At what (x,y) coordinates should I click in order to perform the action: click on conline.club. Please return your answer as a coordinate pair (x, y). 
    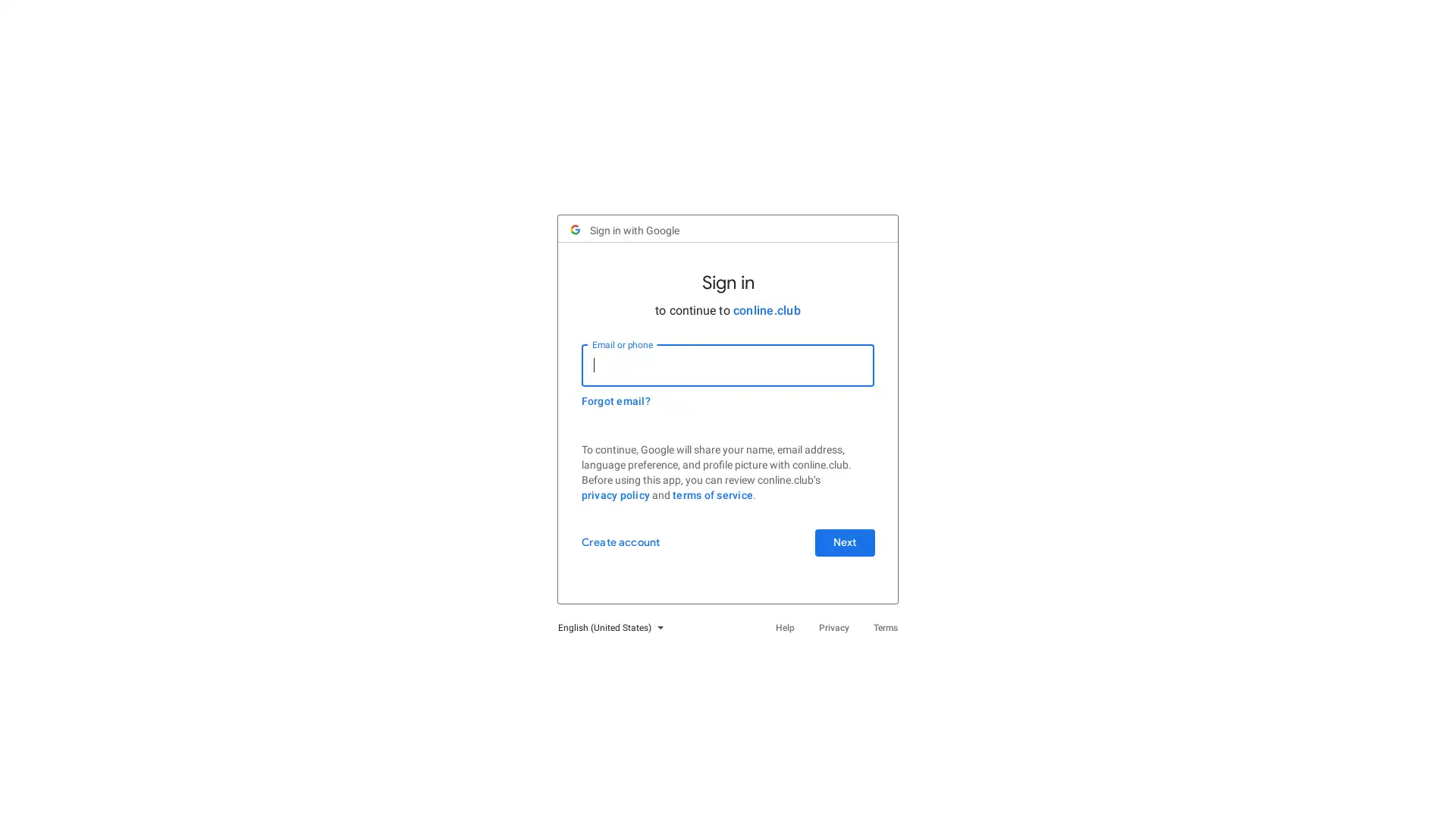
    Looking at the image, I should click on (766, 315).